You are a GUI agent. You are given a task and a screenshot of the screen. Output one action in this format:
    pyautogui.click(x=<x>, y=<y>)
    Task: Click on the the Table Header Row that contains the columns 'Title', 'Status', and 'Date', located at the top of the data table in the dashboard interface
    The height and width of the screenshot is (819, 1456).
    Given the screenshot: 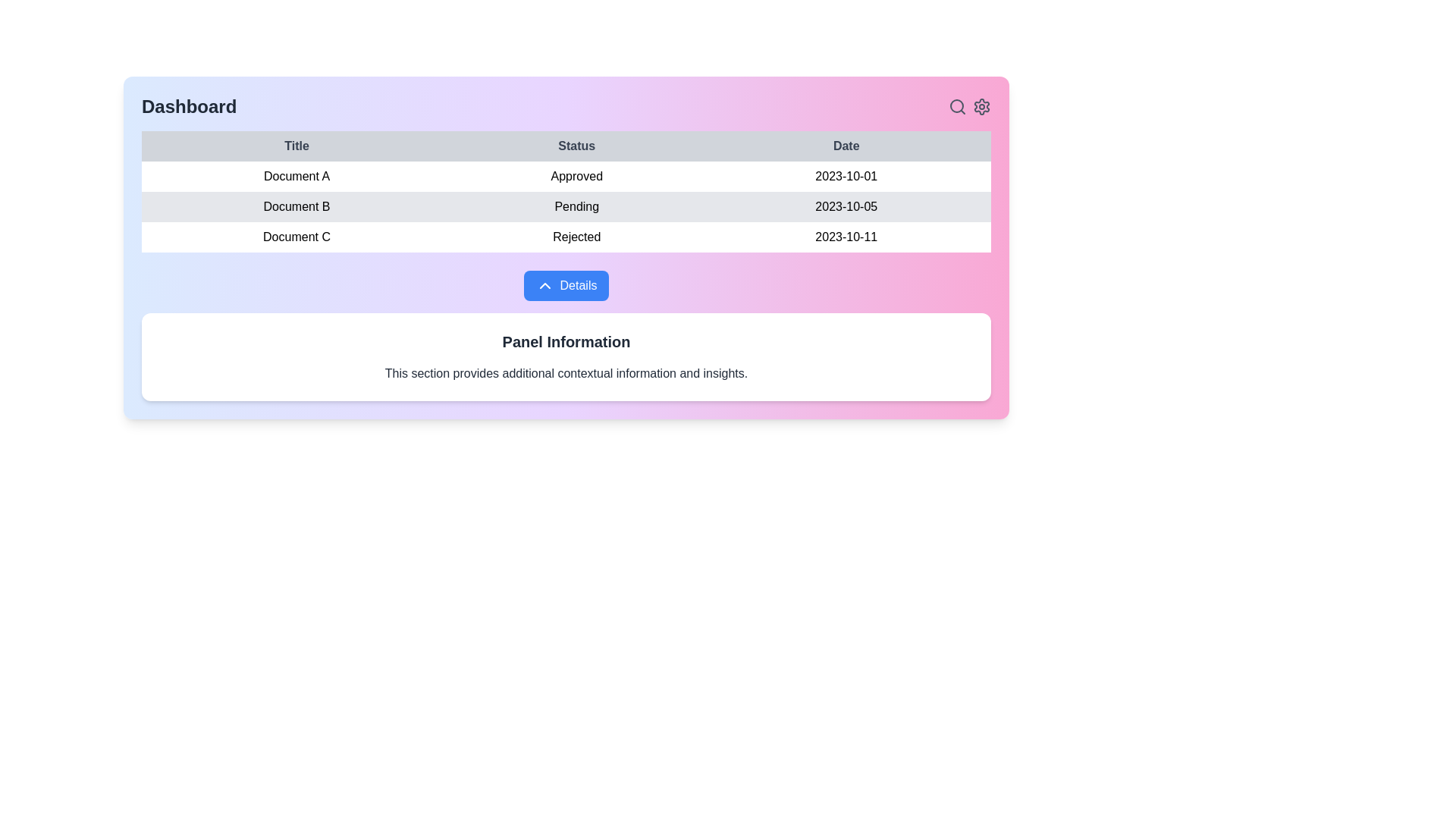 What is the action you would take?
    pyautogui.click(x=566, y=146)
    